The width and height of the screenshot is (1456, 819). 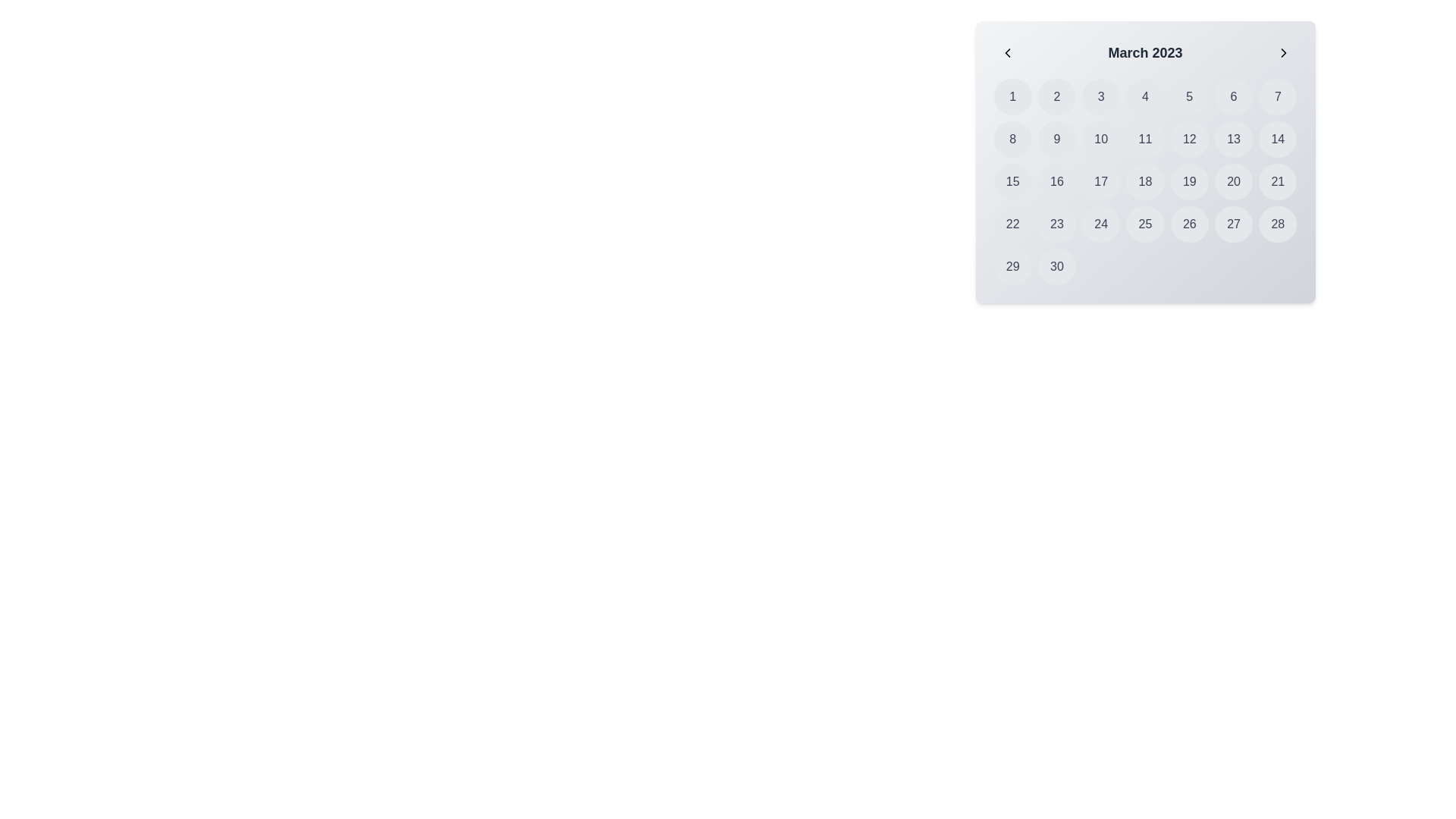 I want to click on the button representing the 23rd day of the month in the calendar interface to change its background color, so click(x=1056, y=224).